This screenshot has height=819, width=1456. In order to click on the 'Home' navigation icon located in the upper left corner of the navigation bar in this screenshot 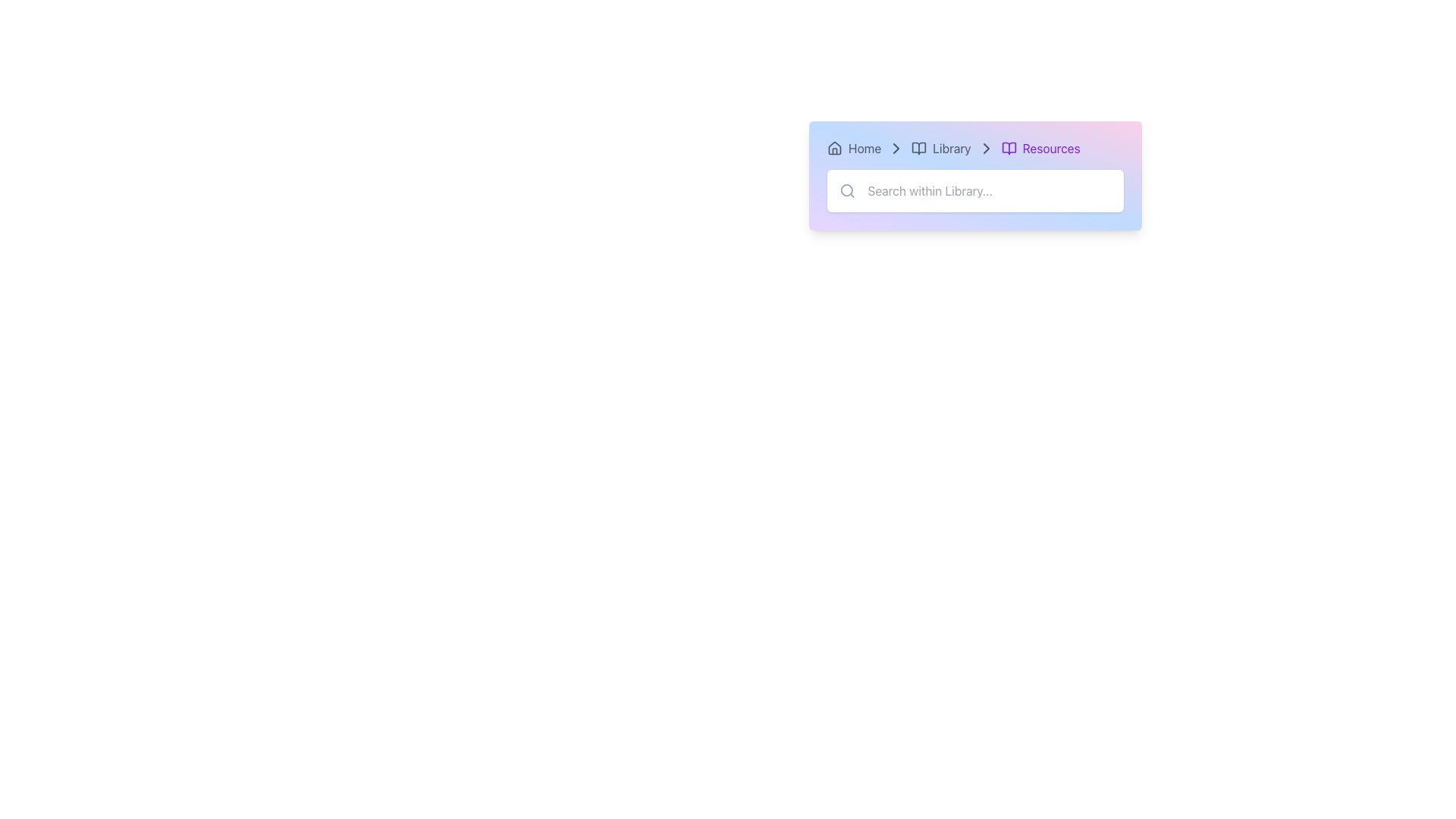, I will do `click(833, 148)`.